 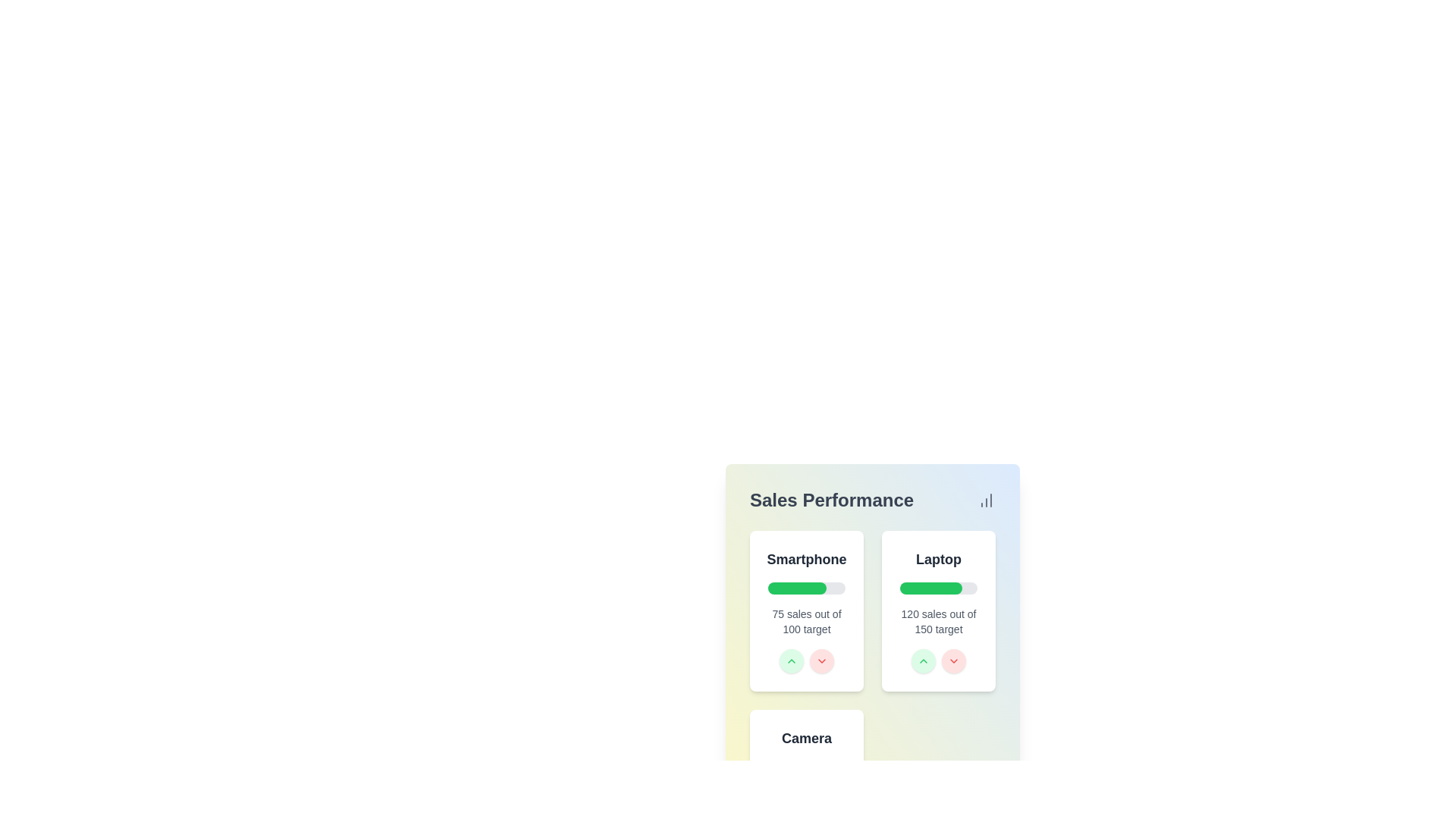 I want to click on the 'Camera' sales title text within the card under the 'Sales Performance' section, so click(x=806, y=738).